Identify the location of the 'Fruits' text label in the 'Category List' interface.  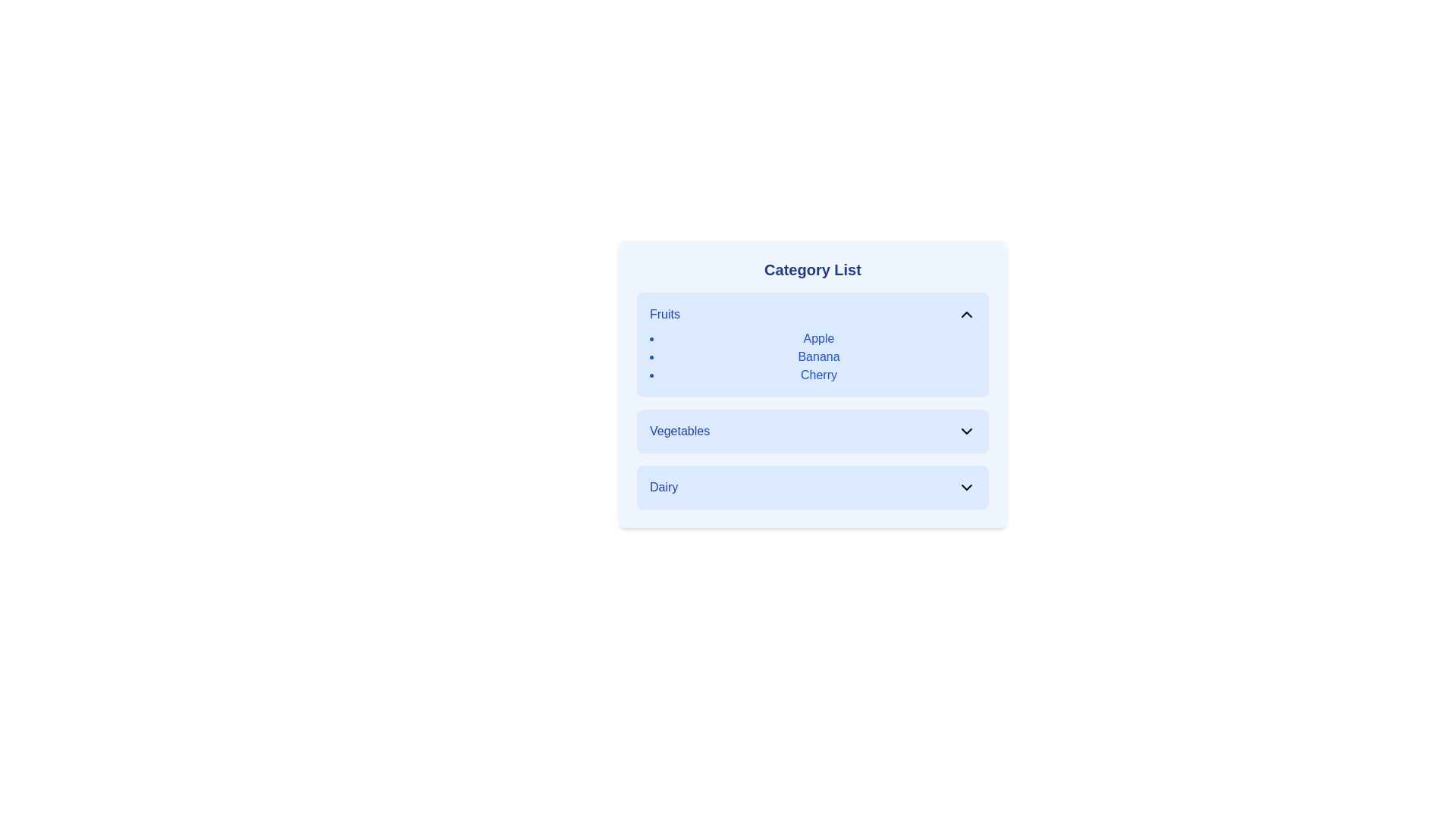
(665, 314).